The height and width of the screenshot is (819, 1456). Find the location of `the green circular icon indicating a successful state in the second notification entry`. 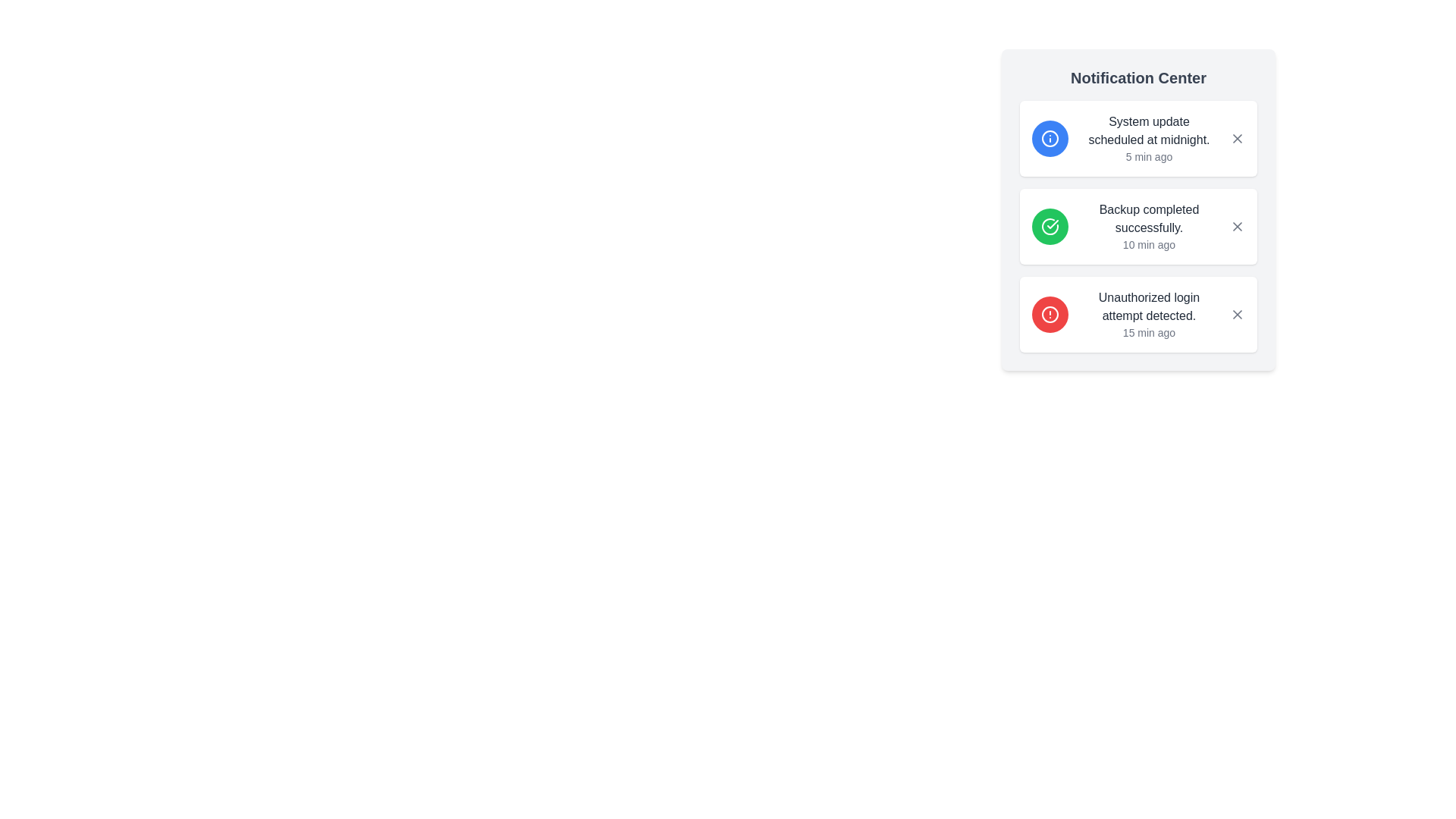

the green circular icon indicating a successful state in the second notification entry is located at coordinates (1050, 227).